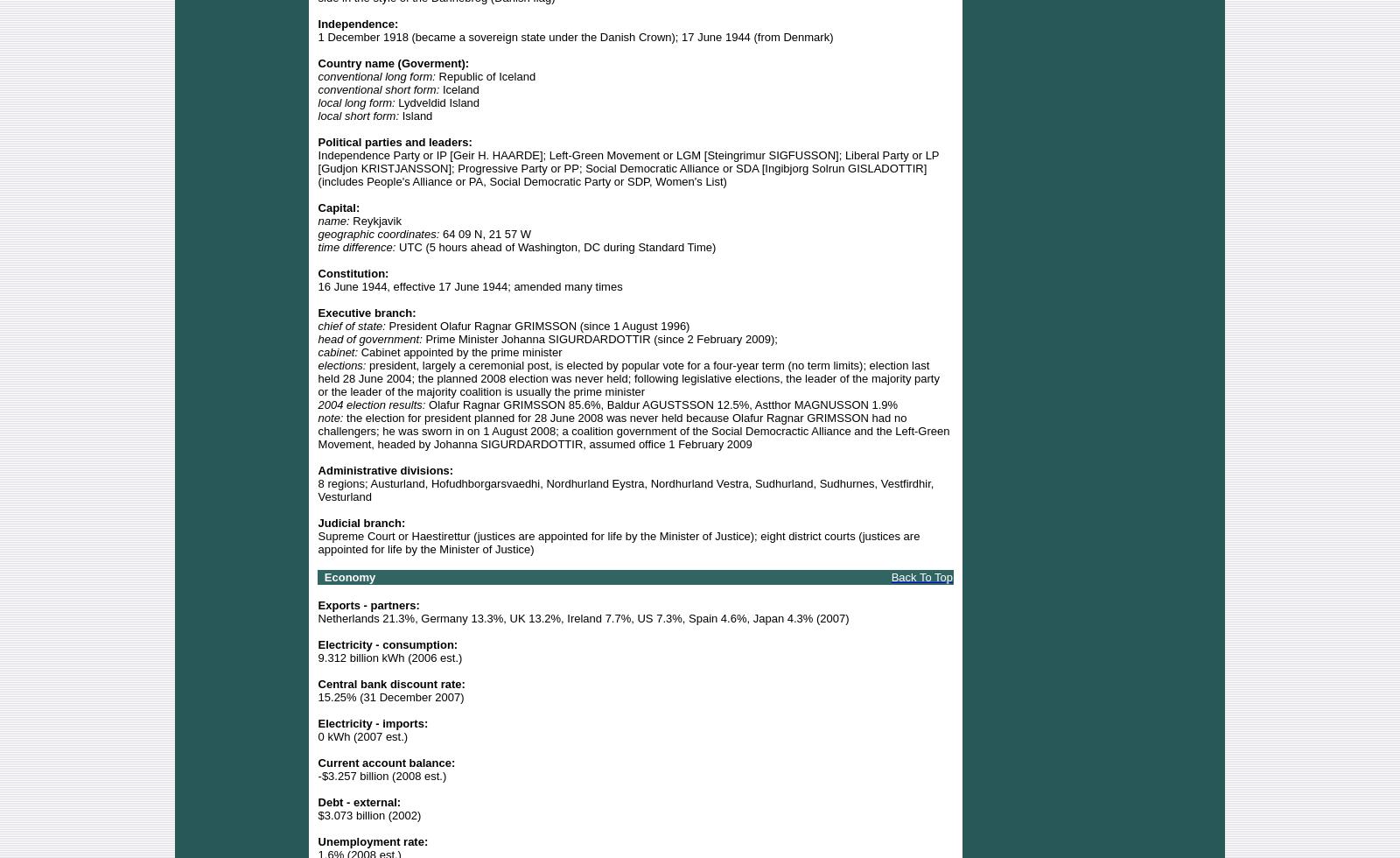  Describe the element at coordinates (387, 643) in the screenshot. I see `'Electricity - consumption:'` at that location.